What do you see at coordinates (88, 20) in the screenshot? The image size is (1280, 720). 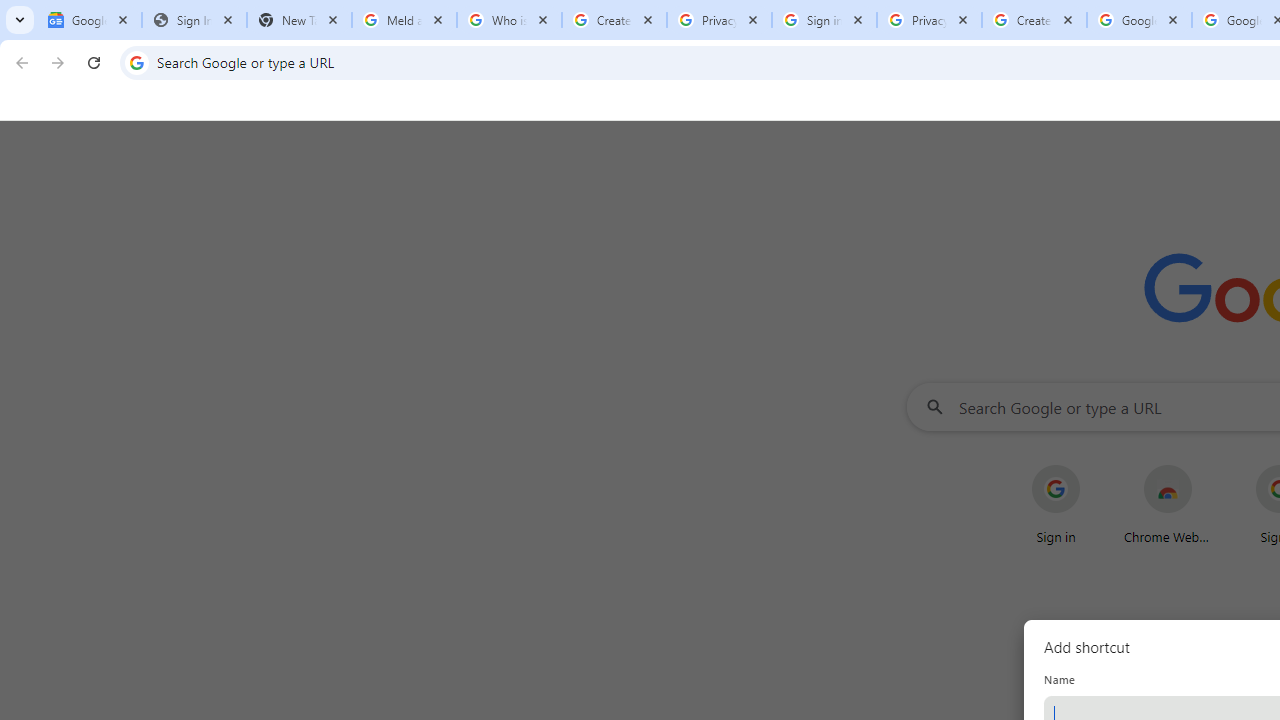 I see `'Google News'` at bounding box center [88, 20].